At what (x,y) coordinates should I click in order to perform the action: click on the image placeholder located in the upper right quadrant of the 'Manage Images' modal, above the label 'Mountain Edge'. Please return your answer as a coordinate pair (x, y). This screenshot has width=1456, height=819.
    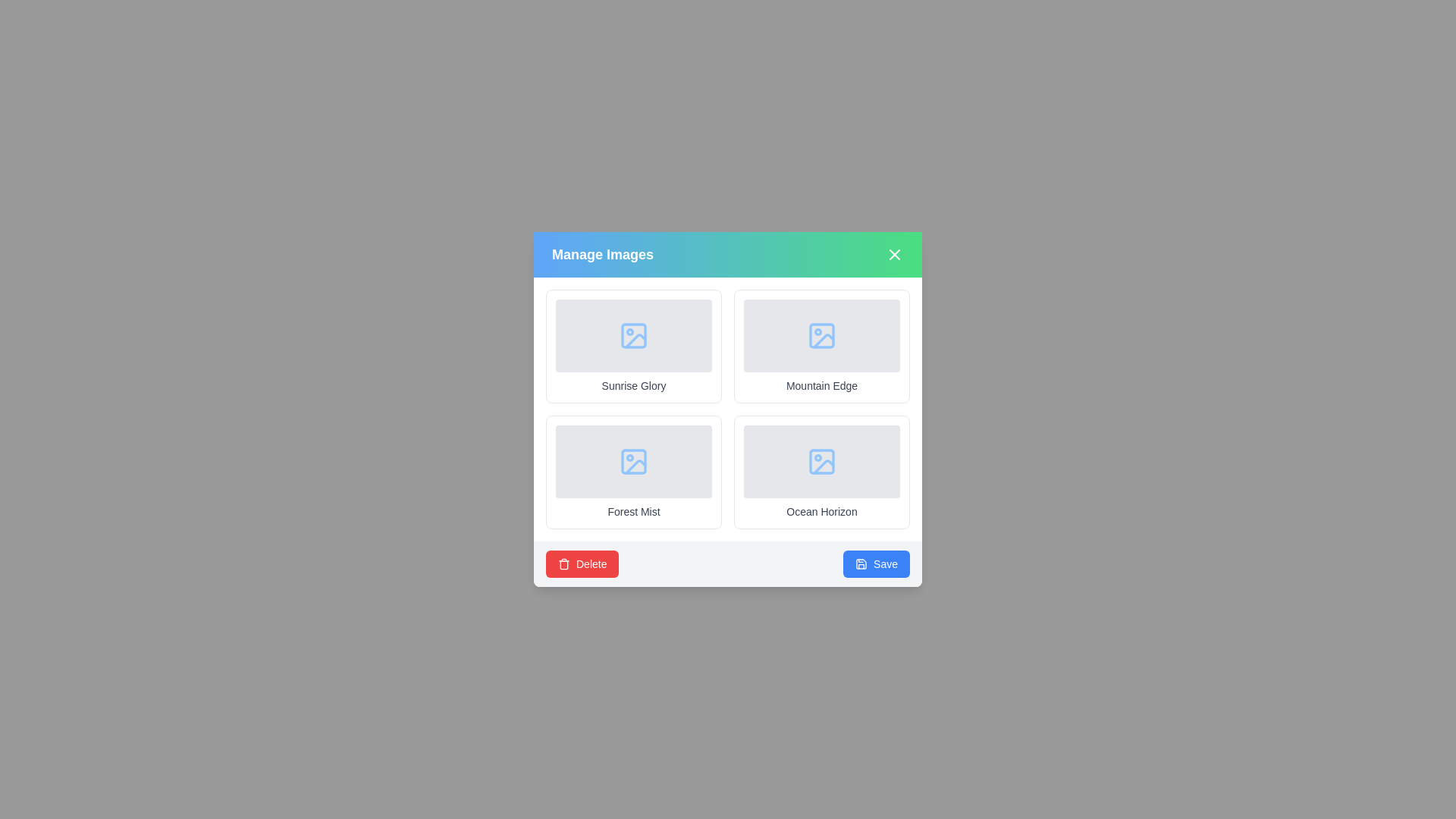
    Looking at the image, I should click on (821, 335).